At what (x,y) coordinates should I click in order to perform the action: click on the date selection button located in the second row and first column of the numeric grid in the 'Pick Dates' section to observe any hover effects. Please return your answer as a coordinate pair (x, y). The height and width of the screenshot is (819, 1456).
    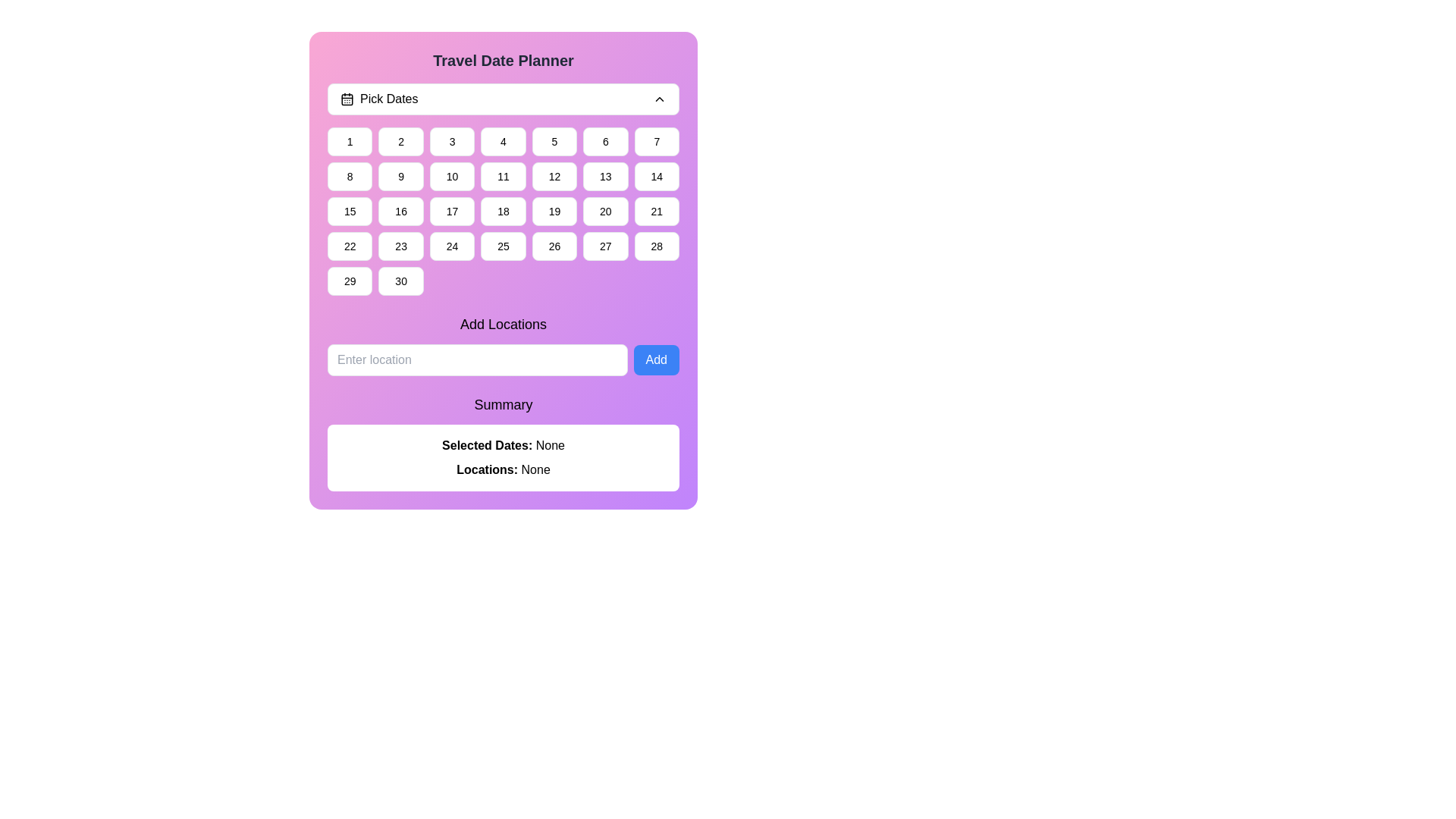
    Looking at the image, I should click on (349, 175).